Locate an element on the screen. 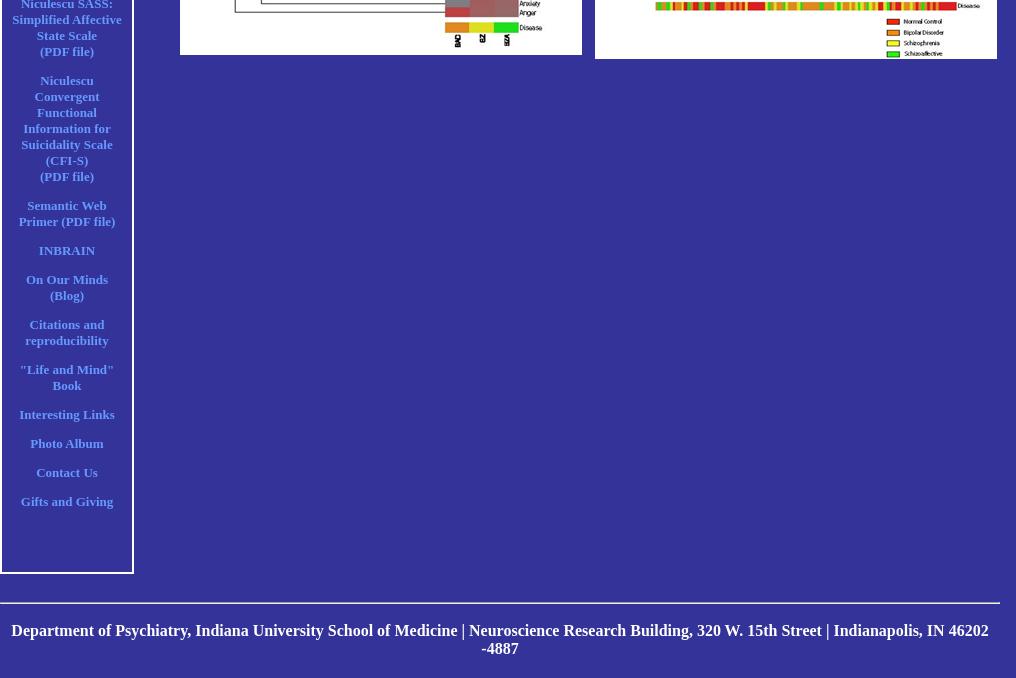 The height and width of the screenshot is (678, 1016). 'Book' is located at coordinates (51, 384).